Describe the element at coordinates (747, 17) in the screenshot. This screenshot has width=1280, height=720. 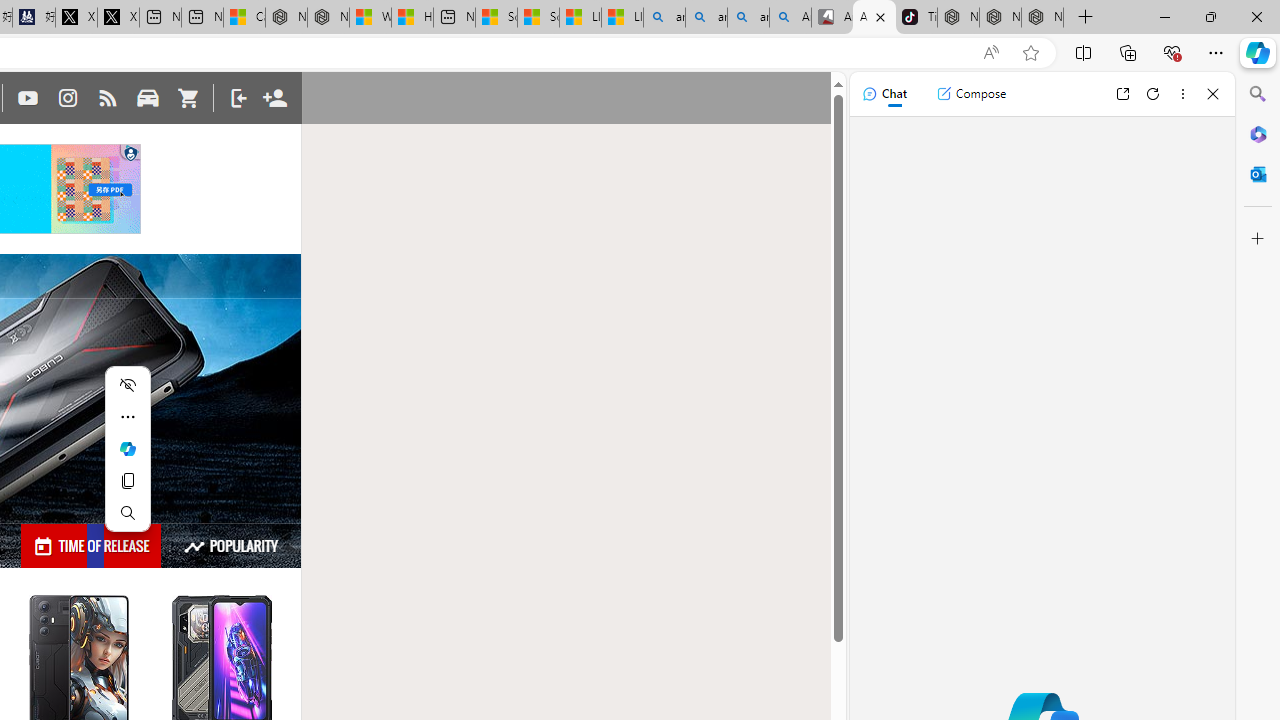
I see `'amazon - Search Images'` at that location.